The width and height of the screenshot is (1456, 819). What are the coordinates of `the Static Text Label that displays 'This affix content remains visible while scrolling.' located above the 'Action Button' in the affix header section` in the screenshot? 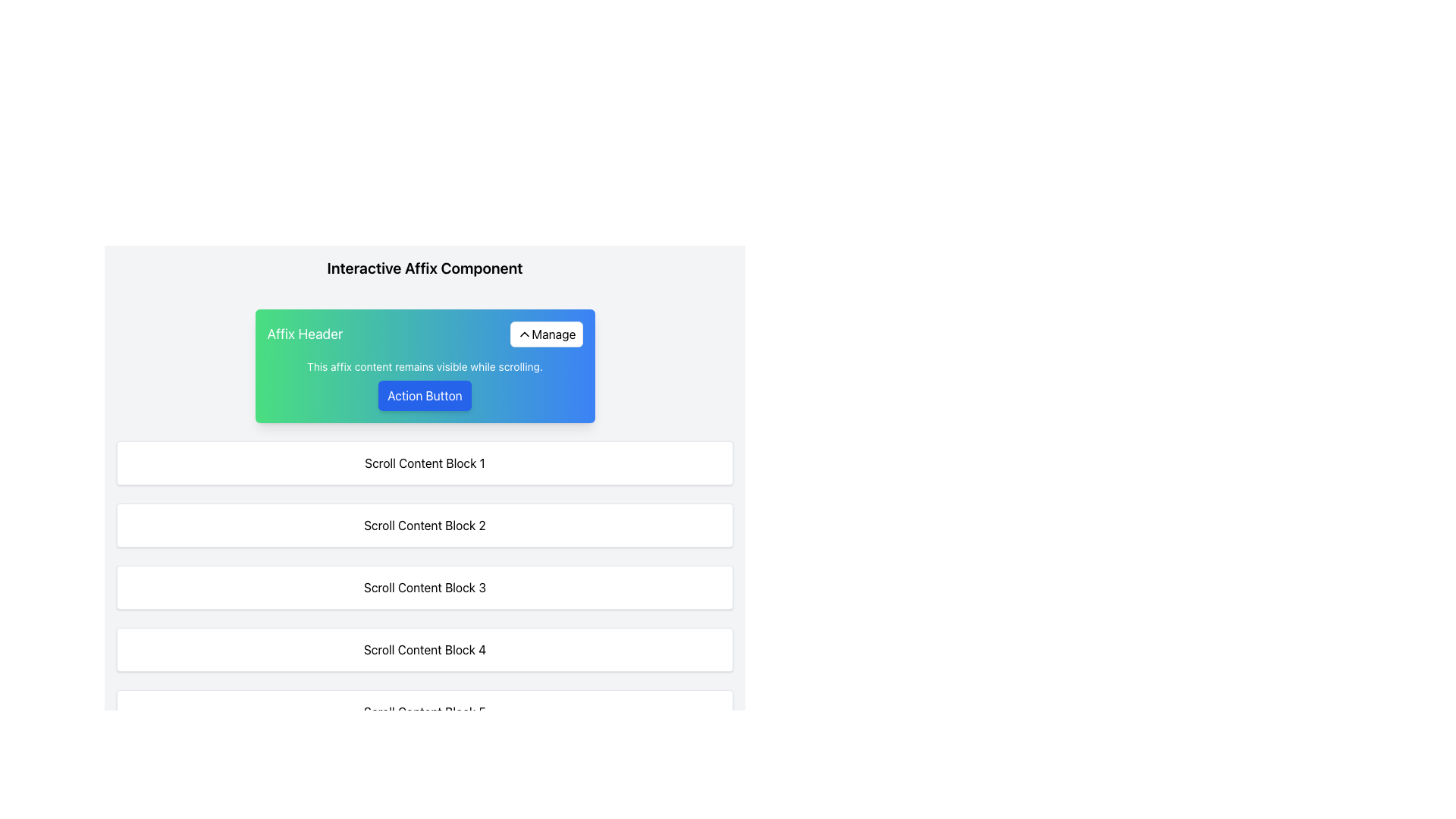 It's located at (425, 366).